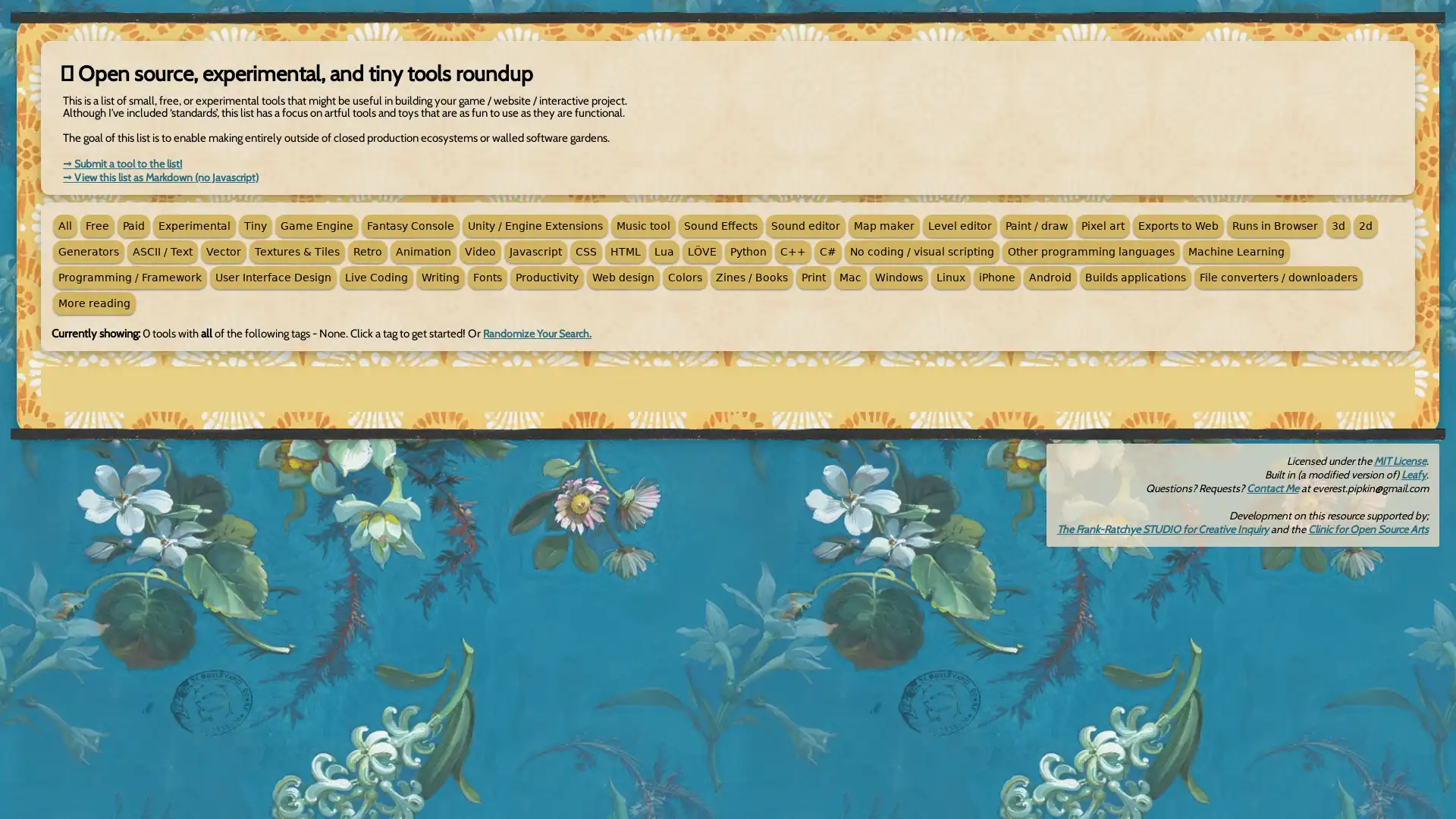  What do you see at coordinates (222, 250) in the screenshot?
I see `Vector` at bounding box center [222, 250].